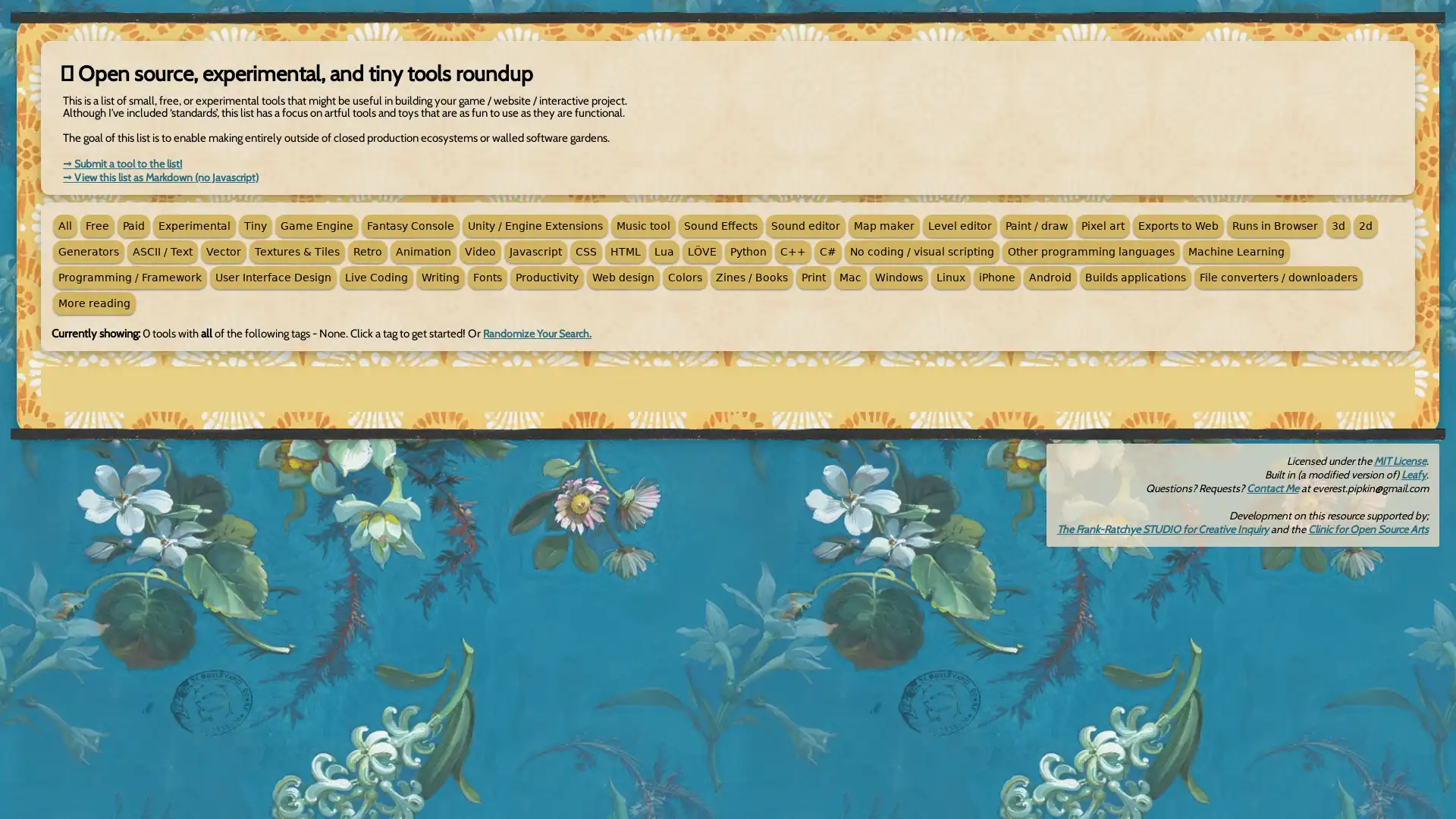  What do you see at coordinates (222, 250) in the screenshot?
I see `Vector` at bounding box center [222, 250].